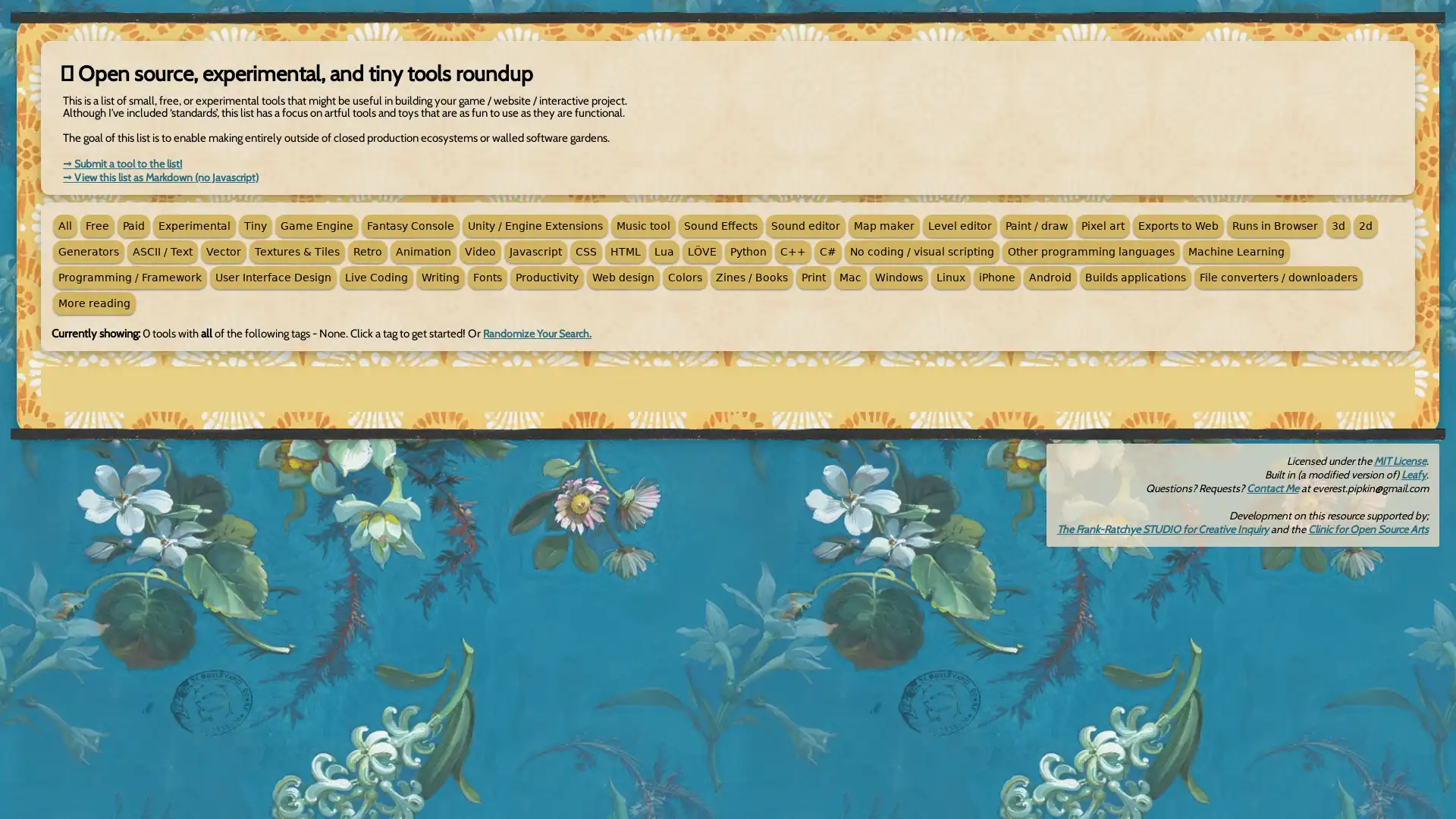  What do you see at coordinates (222, 250) in the screenshot?
I see `Vector` at bounding box center [222, 250].